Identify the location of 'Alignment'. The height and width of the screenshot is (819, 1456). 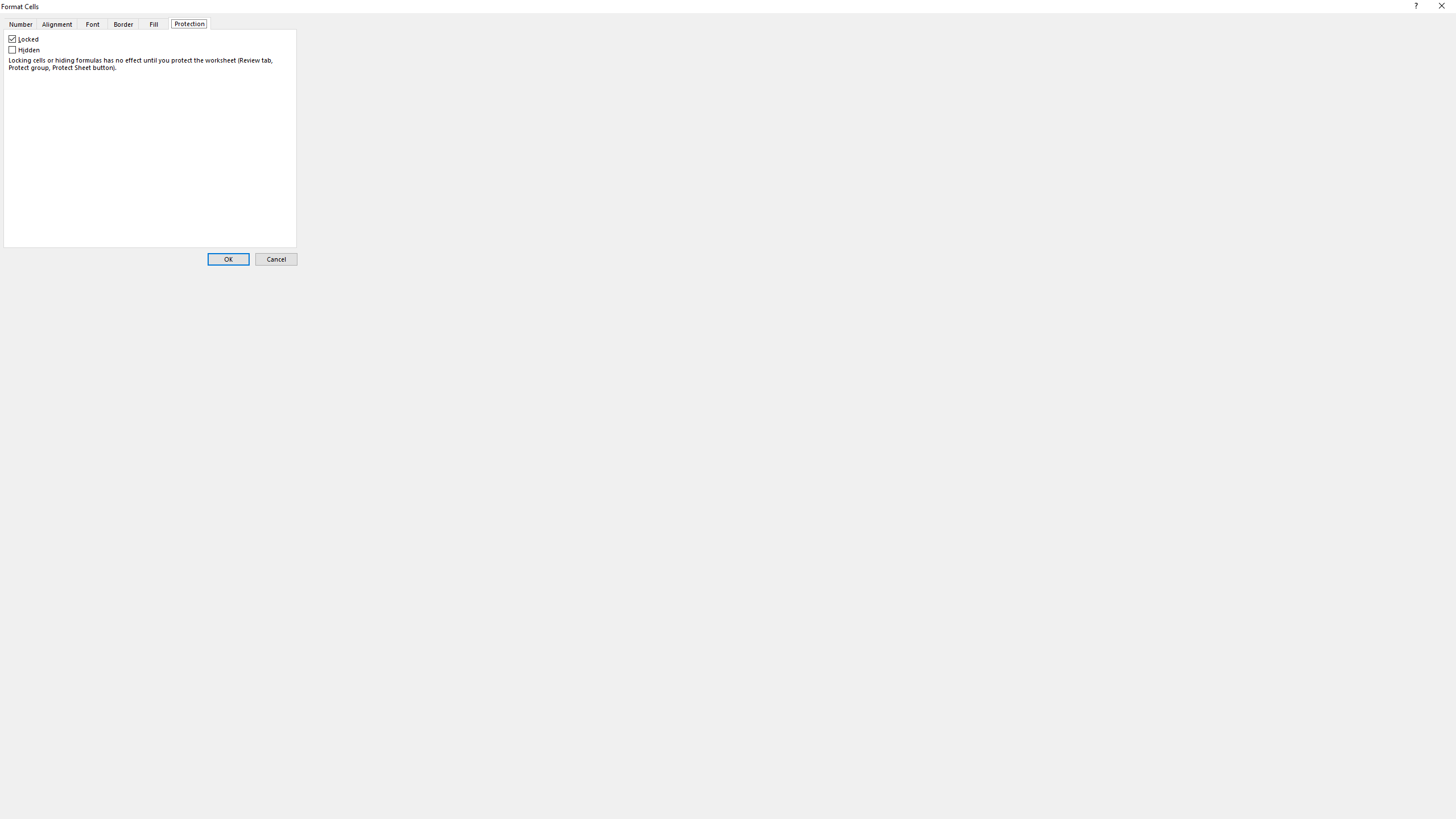
(56, 23).